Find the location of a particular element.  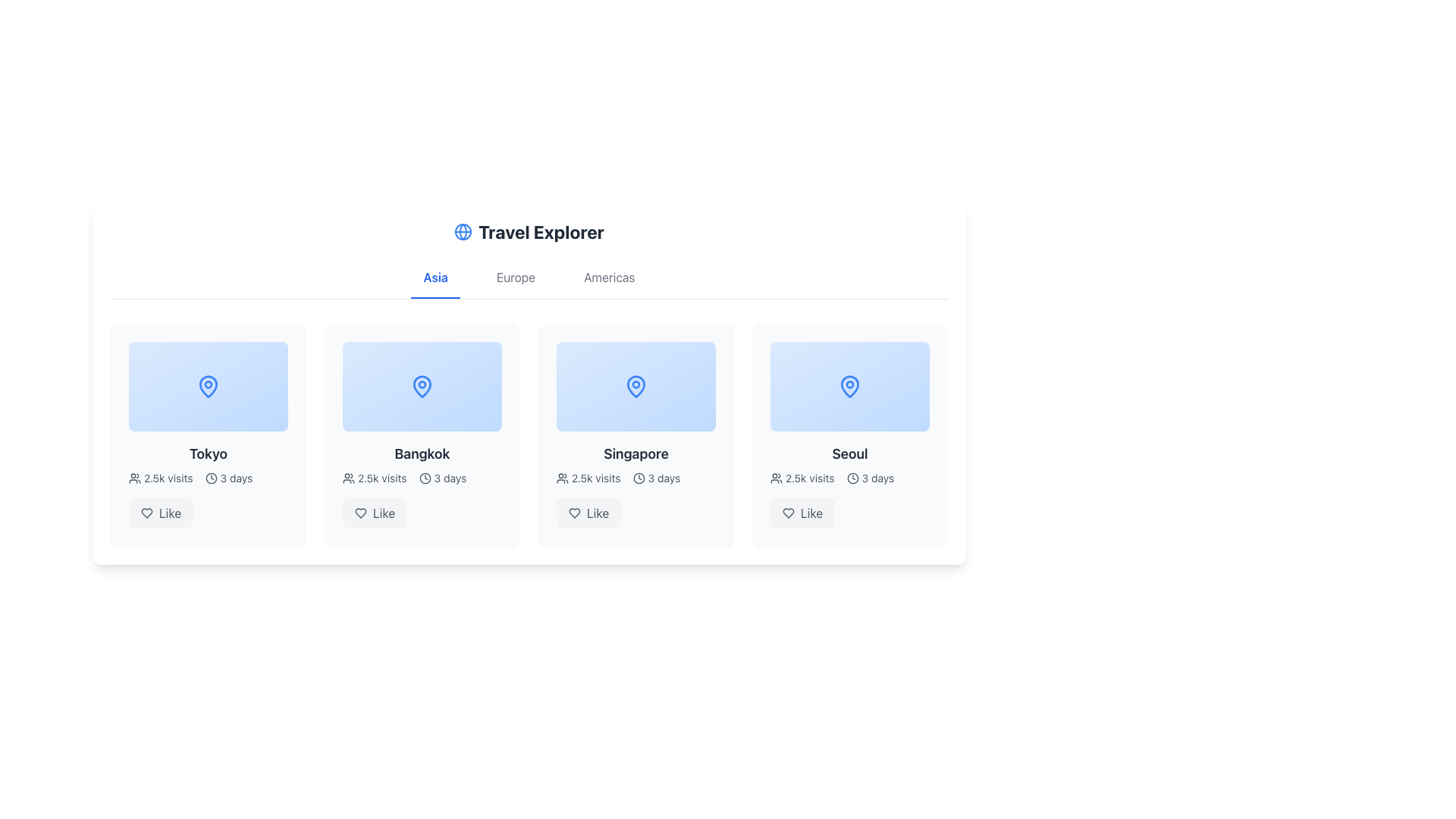

the static text label displaying '2.5k visits.' which is located beneath the image in the 'Tokyo' card in the 'Asia' tab is located at coordinates (168, 479).